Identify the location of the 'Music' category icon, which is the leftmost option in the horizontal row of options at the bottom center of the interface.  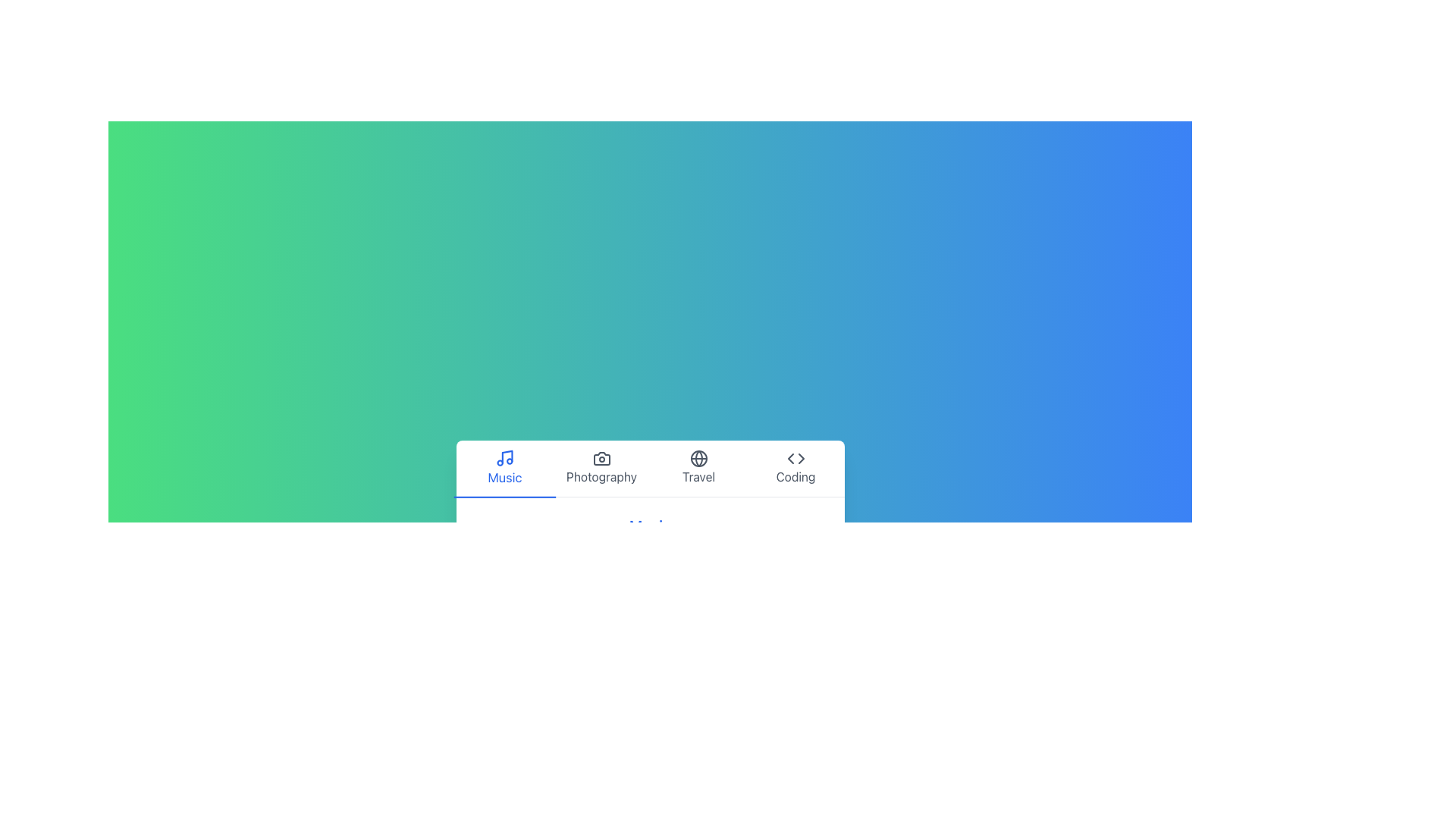
(504, 457).